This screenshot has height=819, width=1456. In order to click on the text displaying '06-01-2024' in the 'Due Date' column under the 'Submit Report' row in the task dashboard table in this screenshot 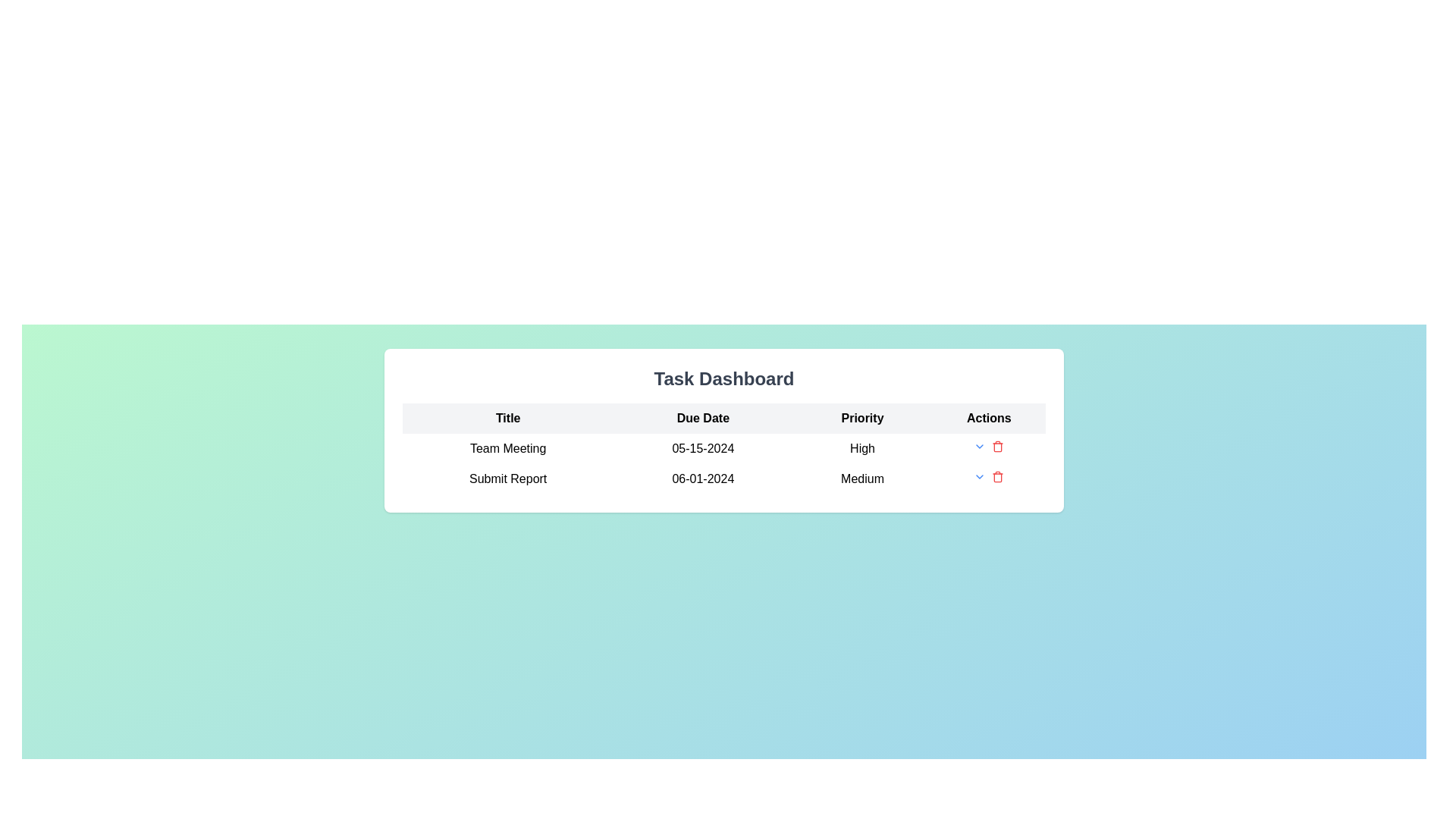, I will do `click(702, 479)`.